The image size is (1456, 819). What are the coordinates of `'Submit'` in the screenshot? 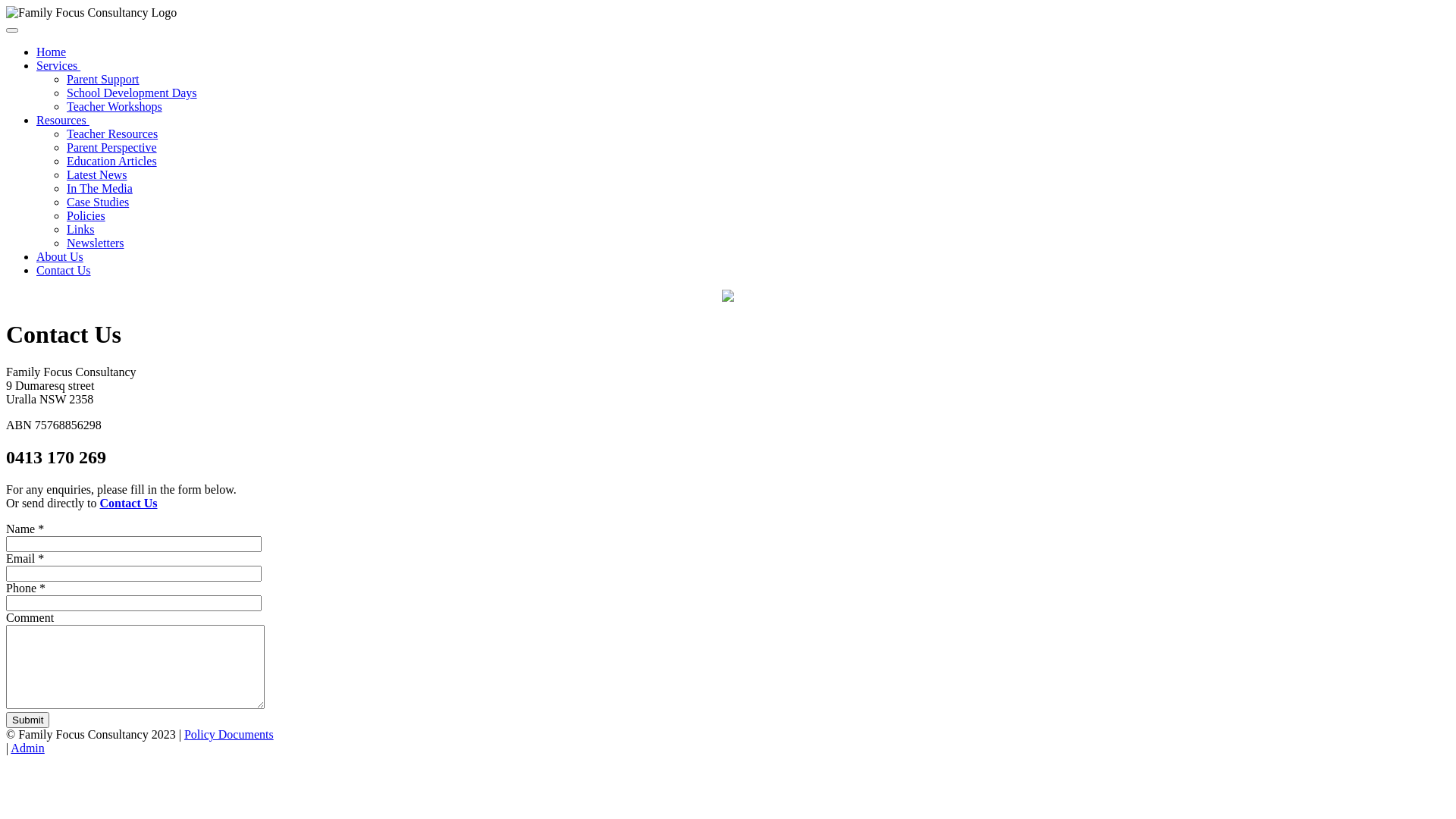 It's located at (27, 719).